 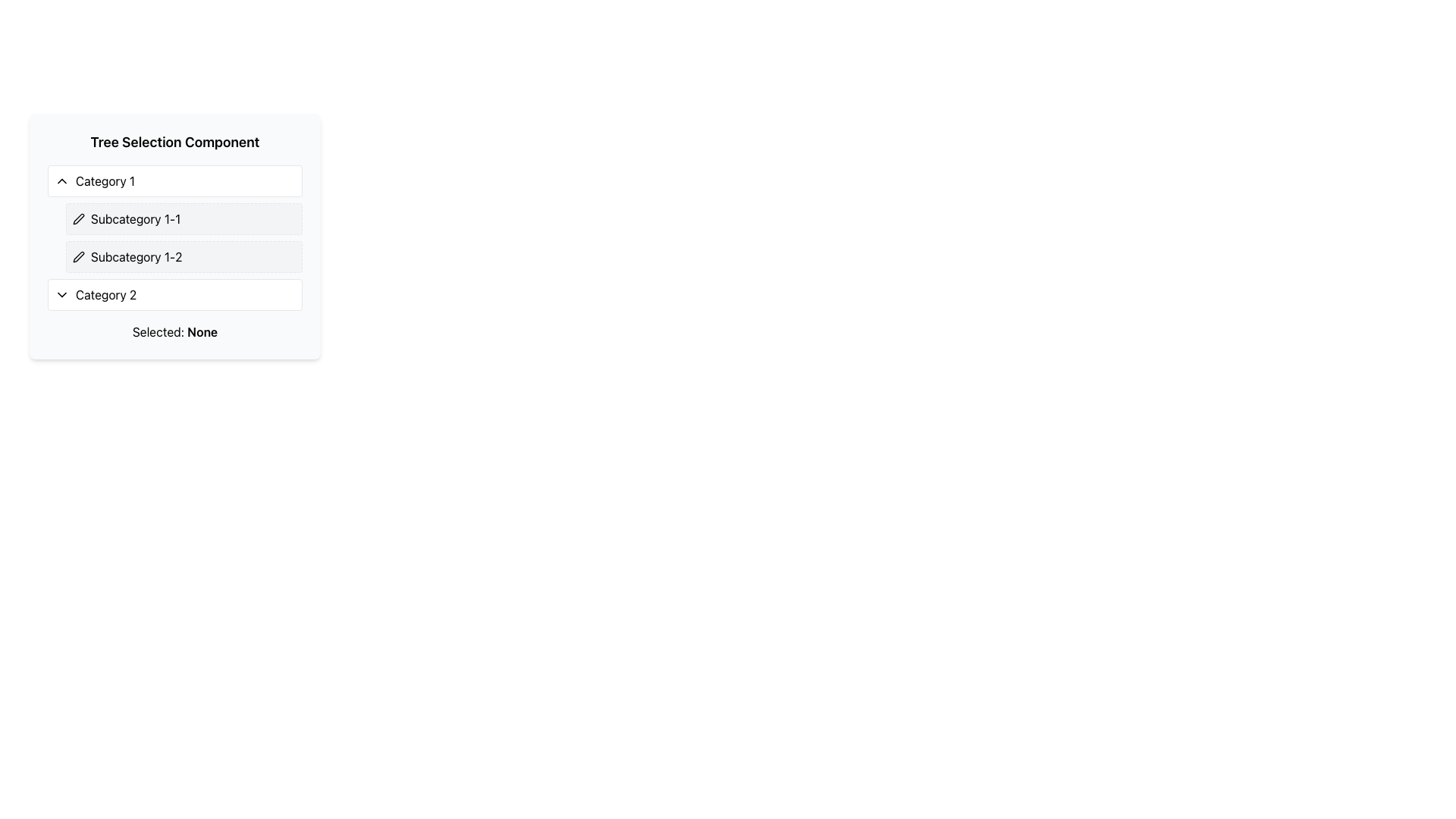 I want to click on the outlined pen icon located to the left of the text 'Subcategory 1-2' in the tree selection interface, so click(x=78, y=219).